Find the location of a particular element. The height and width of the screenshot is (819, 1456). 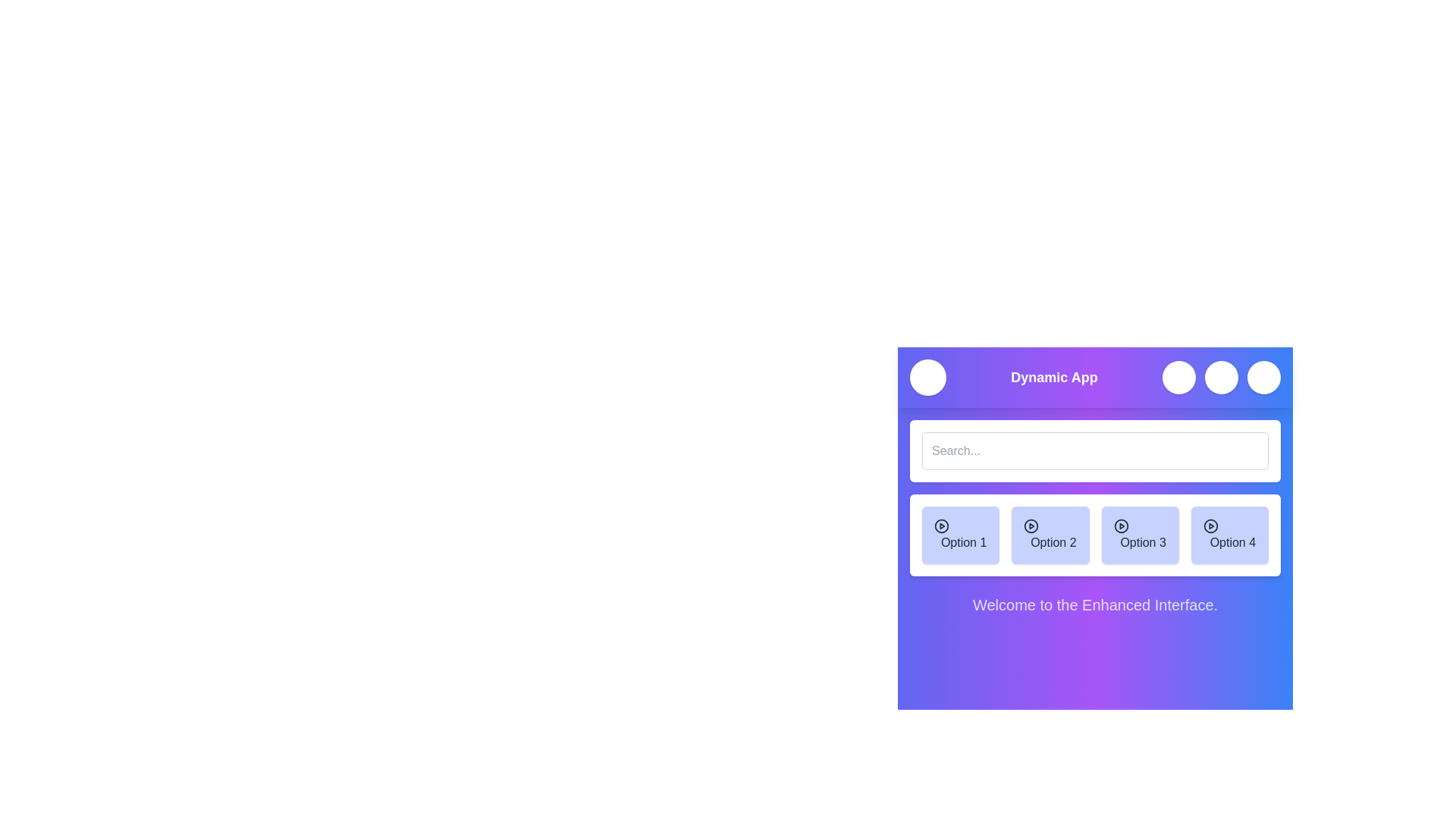

the menu button to toggle the menu visibility is located at coordinates (927, 376).